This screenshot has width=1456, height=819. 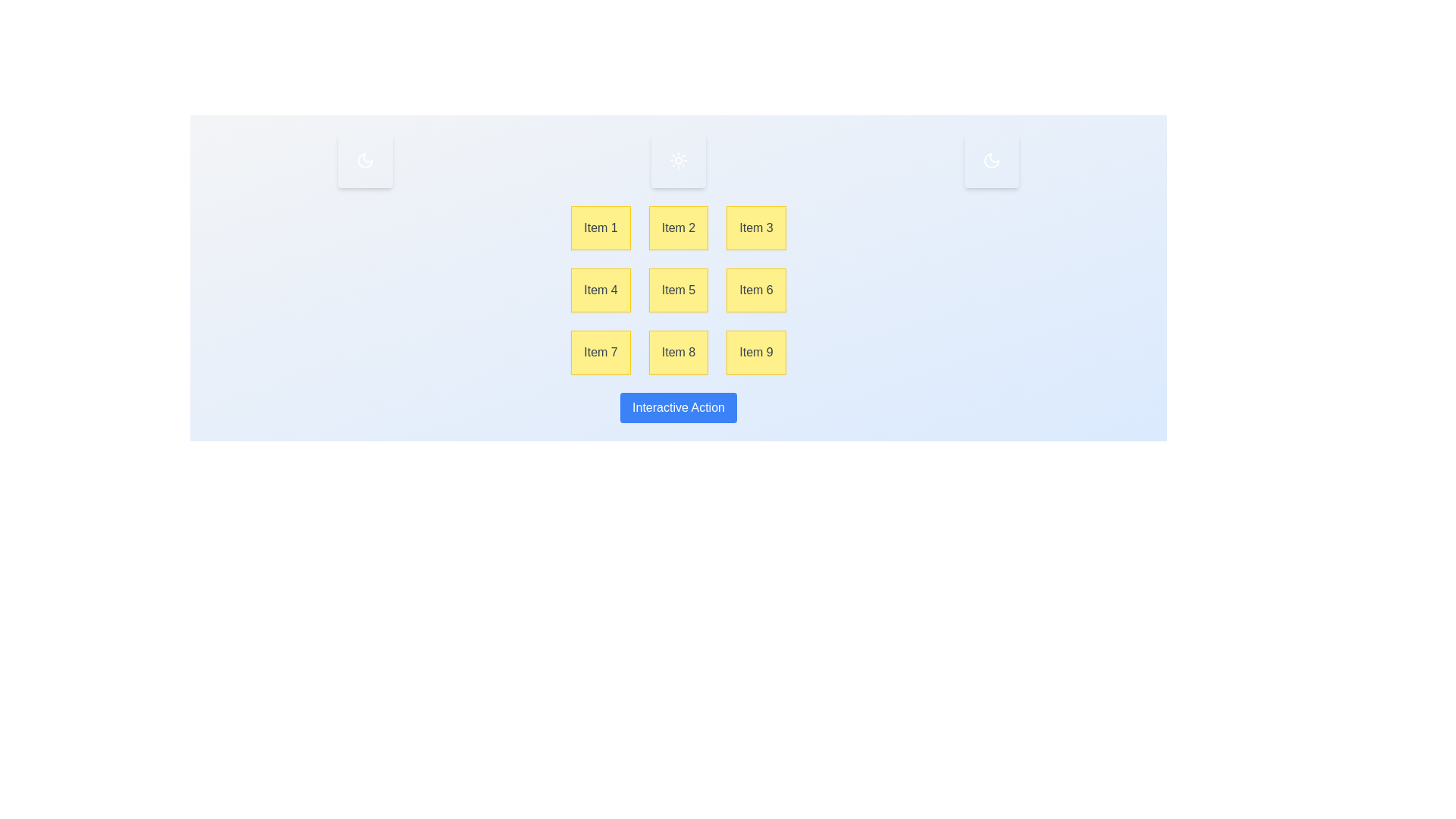 What do you see at coordinates (600, 227) in the screenshot?
I see `the static text label 'Item 1' located in the top-left corner of a 3x3 grid layout, which is the first element in the first column and first row` at bounding box center [600, 227].